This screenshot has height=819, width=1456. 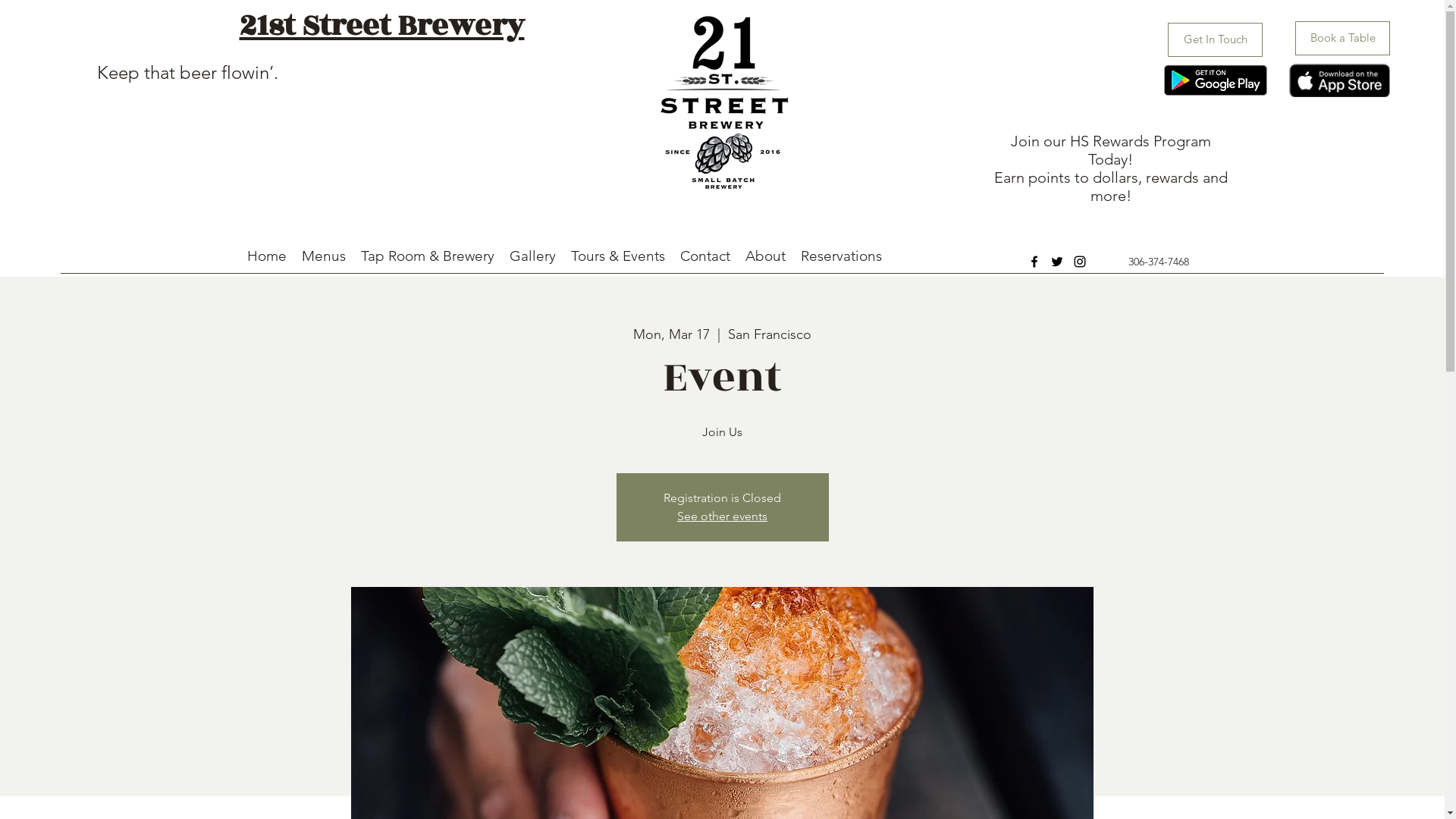 What do you see at coordinates (532, 256) in the screenshot?
I see `'Gallery'` at bounding box center [532, 256].